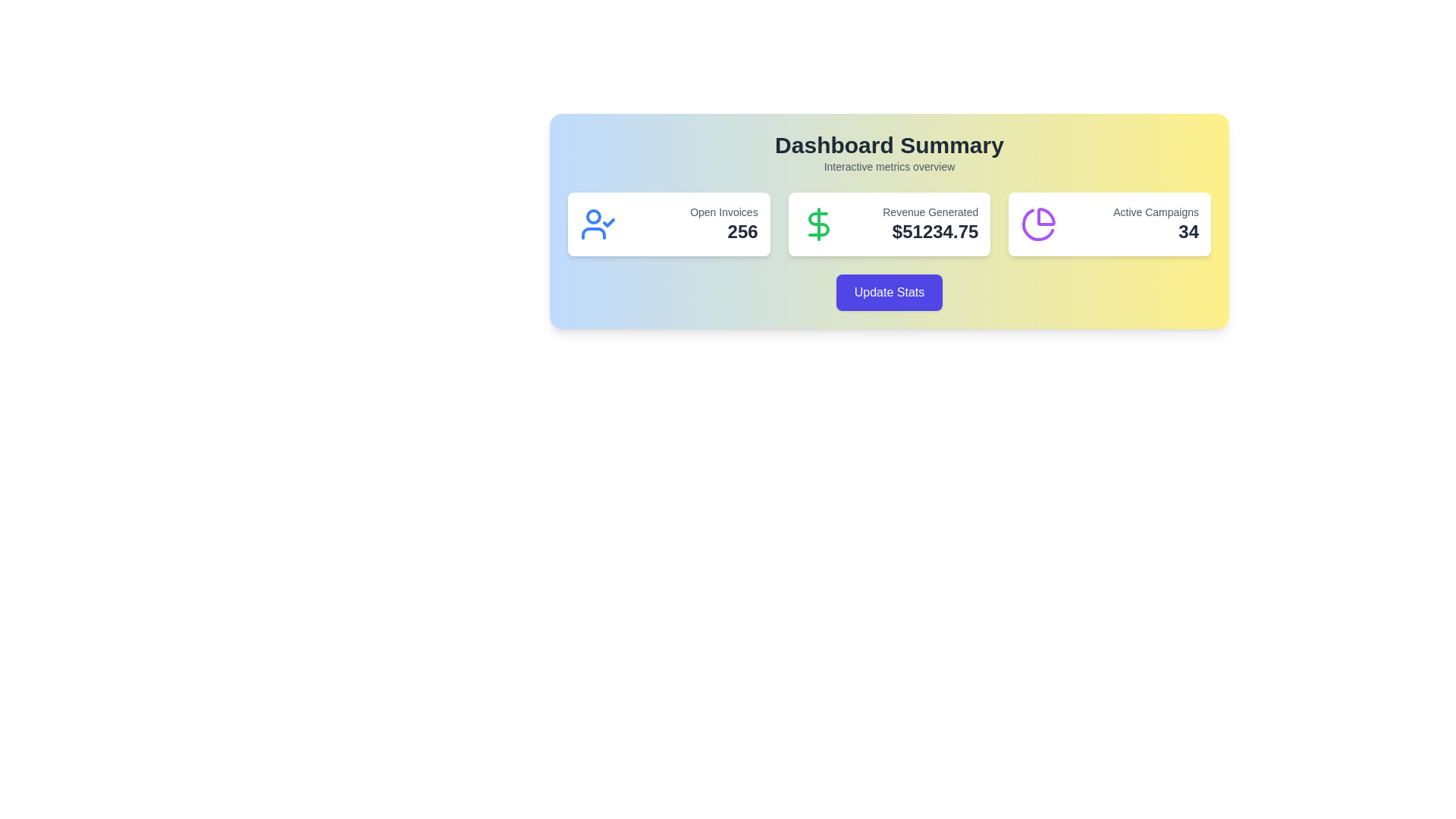 The height and width of the screenshot is (819, 1456). Describe the element at coordinates (1037, 224) in the screenshot. I see `the SVG graphic icon representing data segmentation in the 'Active Campaigns' card displaying the number 34` at that location.